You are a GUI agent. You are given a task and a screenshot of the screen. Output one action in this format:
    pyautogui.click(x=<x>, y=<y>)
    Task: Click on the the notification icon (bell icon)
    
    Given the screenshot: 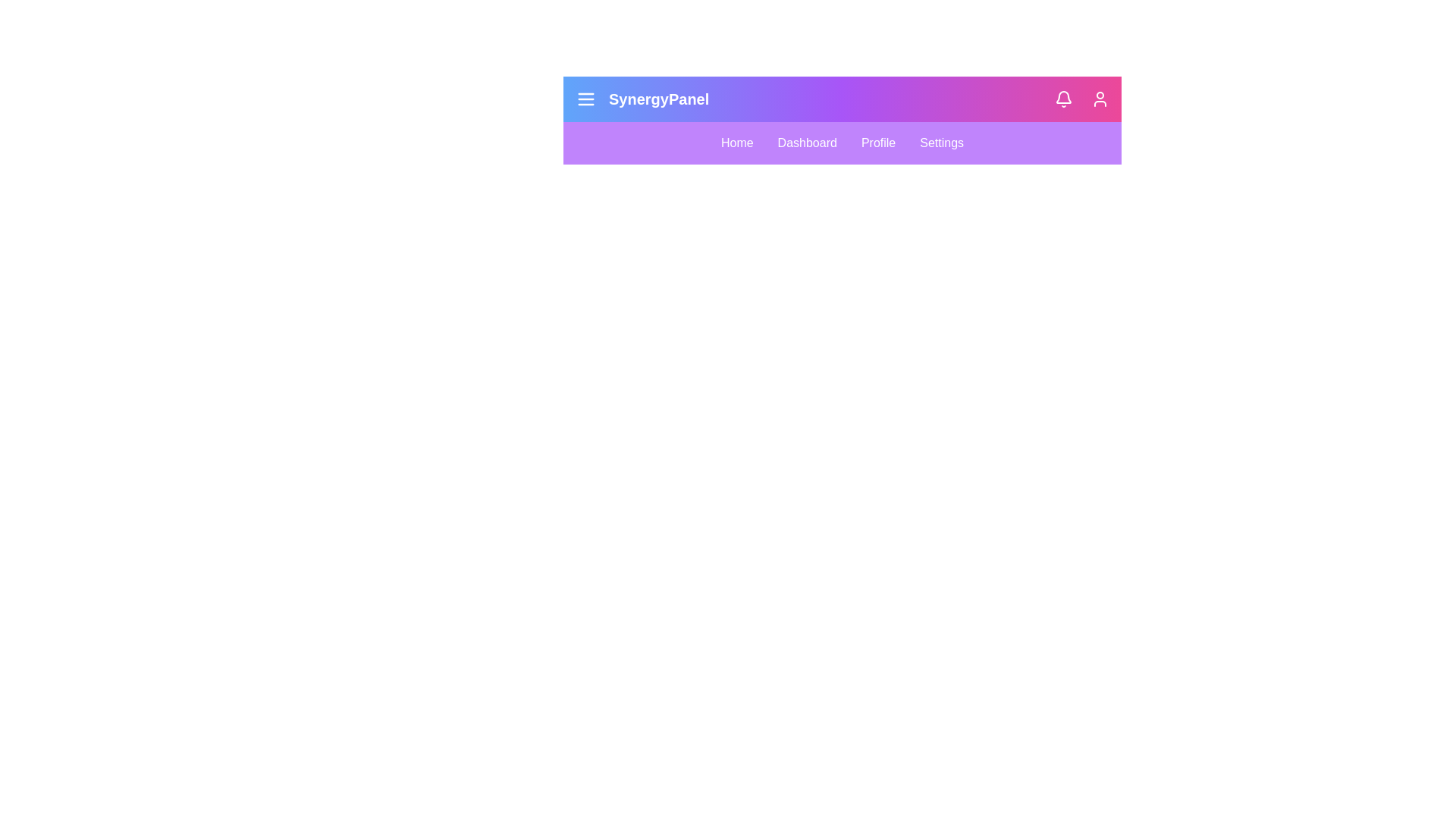 What is the action you would take?
    pyautogui.click(x=1062, y=99)
    